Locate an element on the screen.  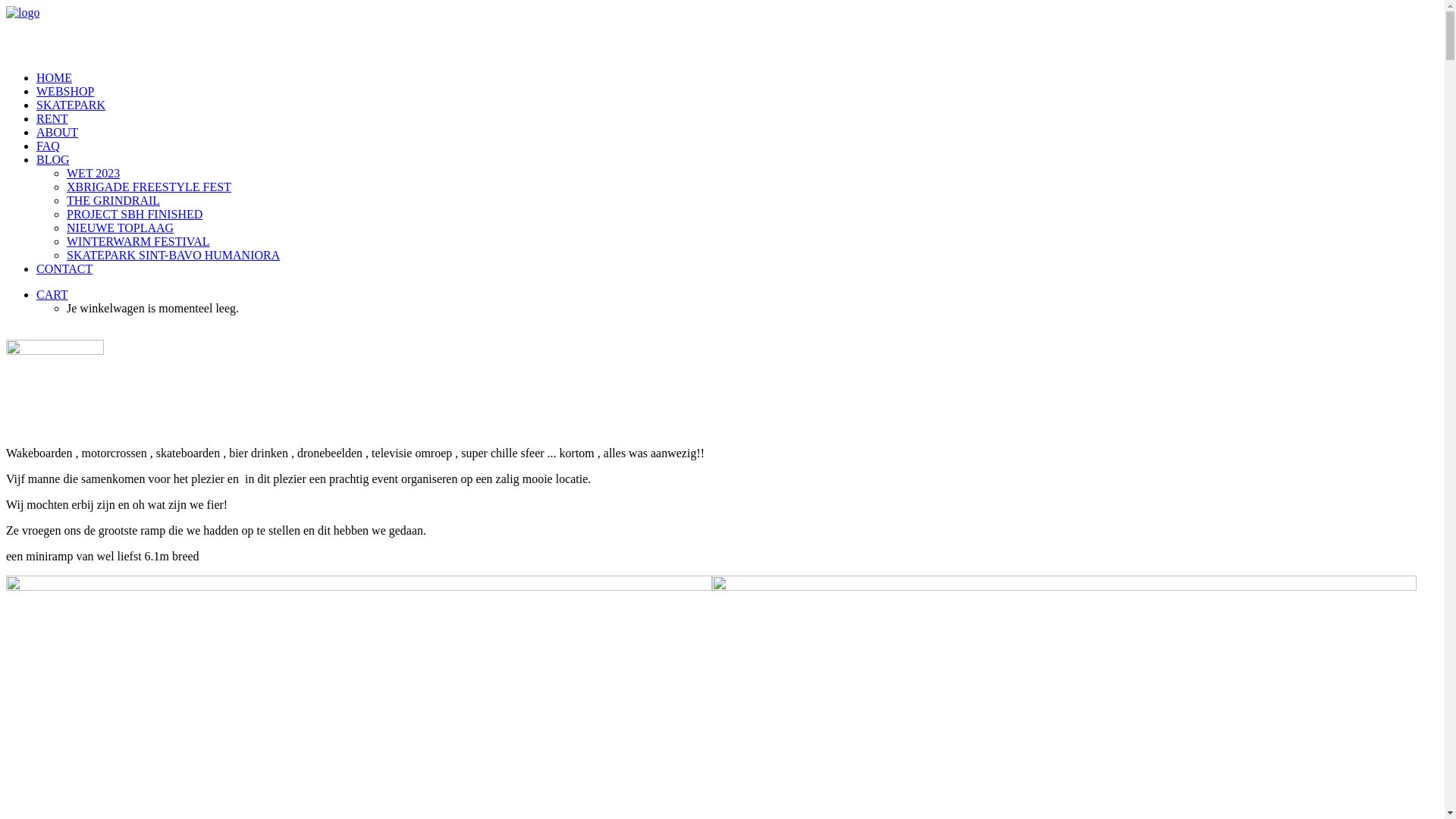
'WINTERWARM FESTIVAL' is located at coordinates (752, 241).